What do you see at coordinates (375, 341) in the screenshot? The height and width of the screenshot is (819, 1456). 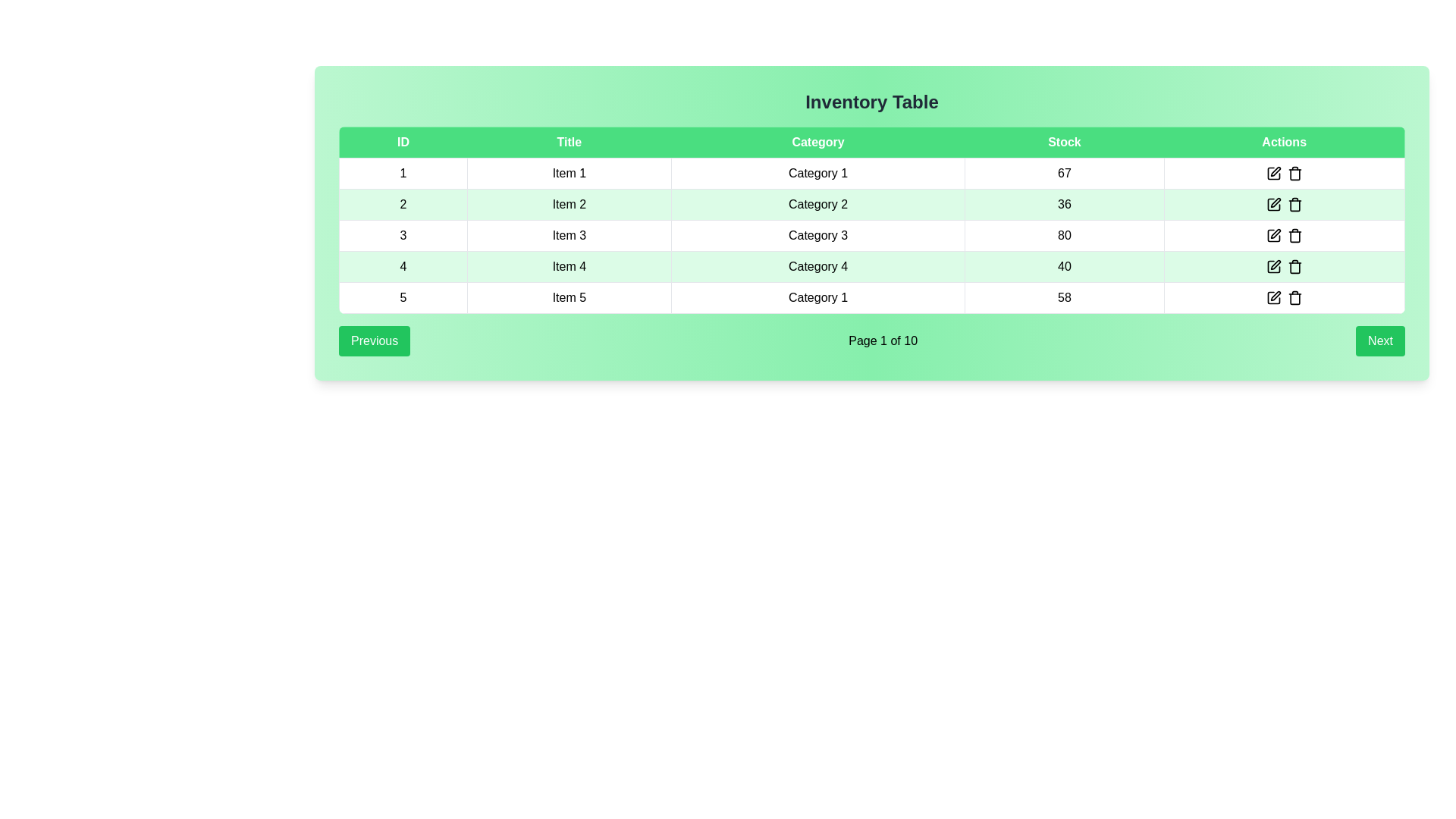 I see `the 'Previous' button, which is a green rectangular button with rounded corners and white text, located at the bottom-left corner of the pagination controls` at bounding box center [375, 341].